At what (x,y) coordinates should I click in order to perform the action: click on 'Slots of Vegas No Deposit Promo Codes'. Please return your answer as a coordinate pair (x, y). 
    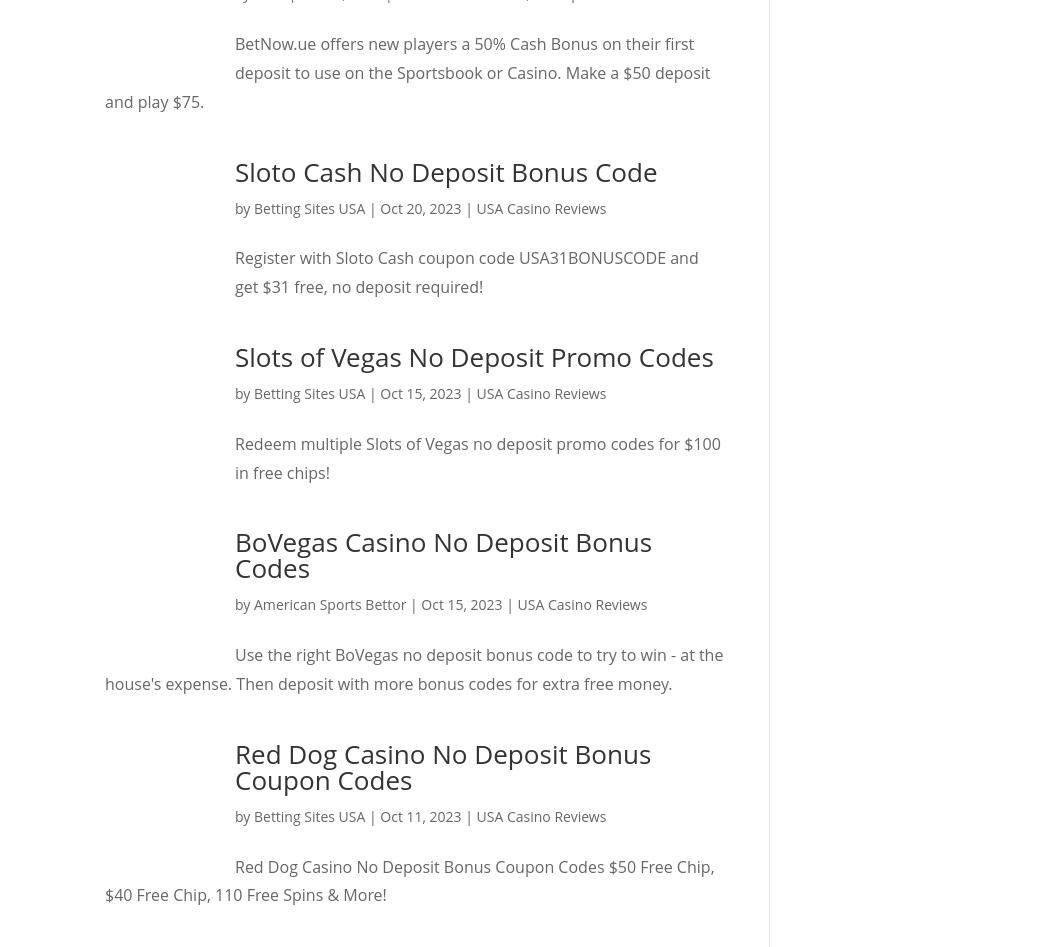
    Looking at the image, I should click on (234, 354).